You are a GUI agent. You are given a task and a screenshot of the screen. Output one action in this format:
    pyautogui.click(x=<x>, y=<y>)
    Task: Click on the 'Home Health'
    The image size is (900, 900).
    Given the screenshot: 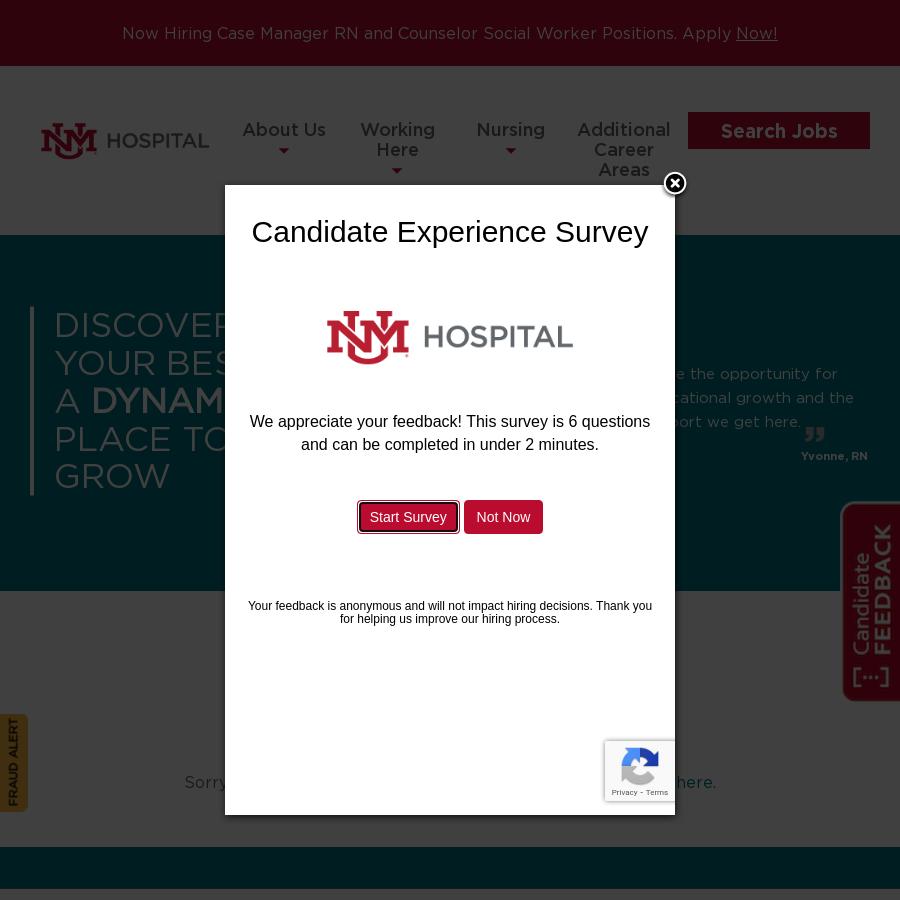 What is the action you would take?
    pyautogui.click(x=623, y=461)
    